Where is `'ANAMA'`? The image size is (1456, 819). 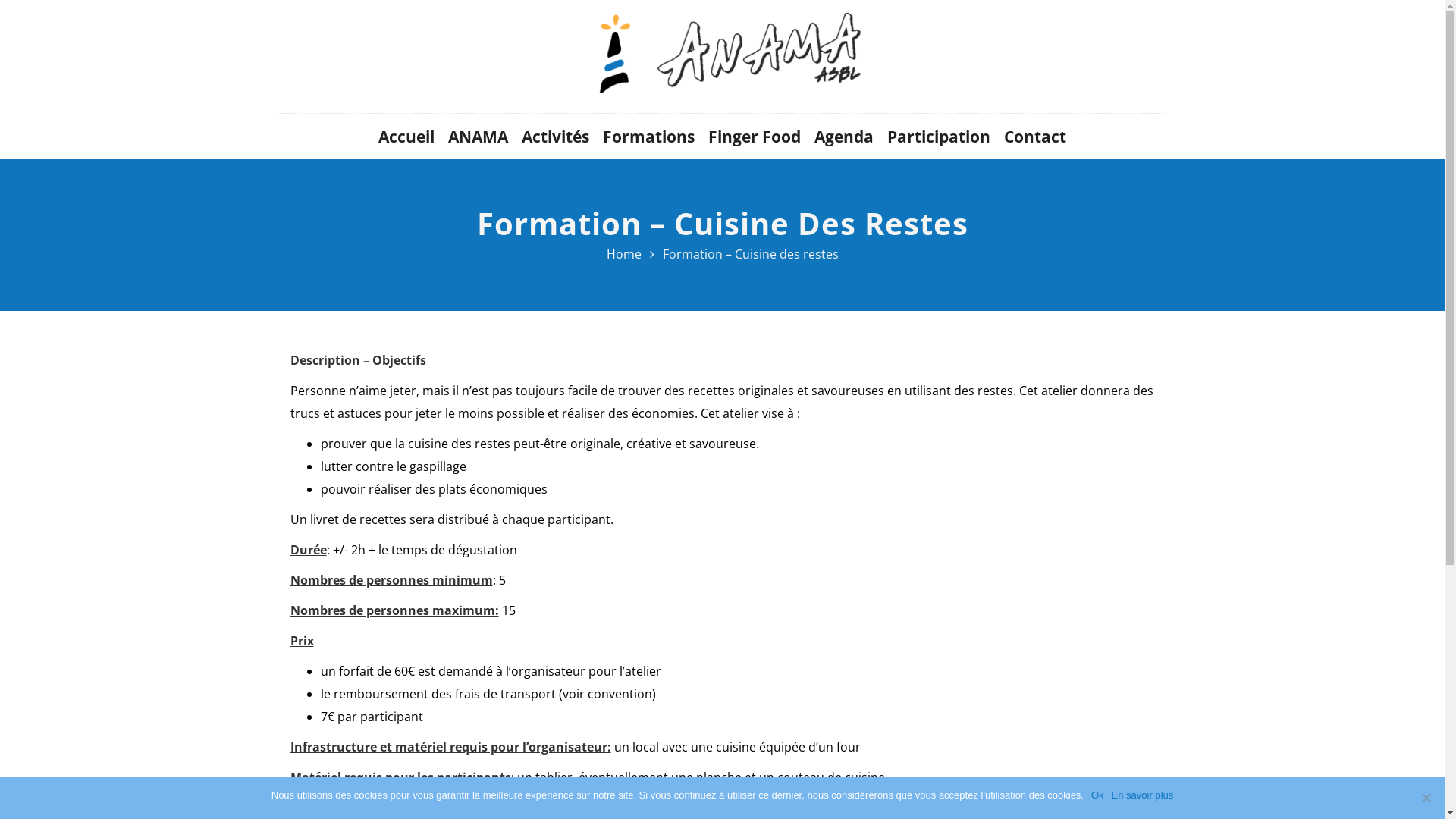 'ANAMA' is located at coordinates (477, 136).